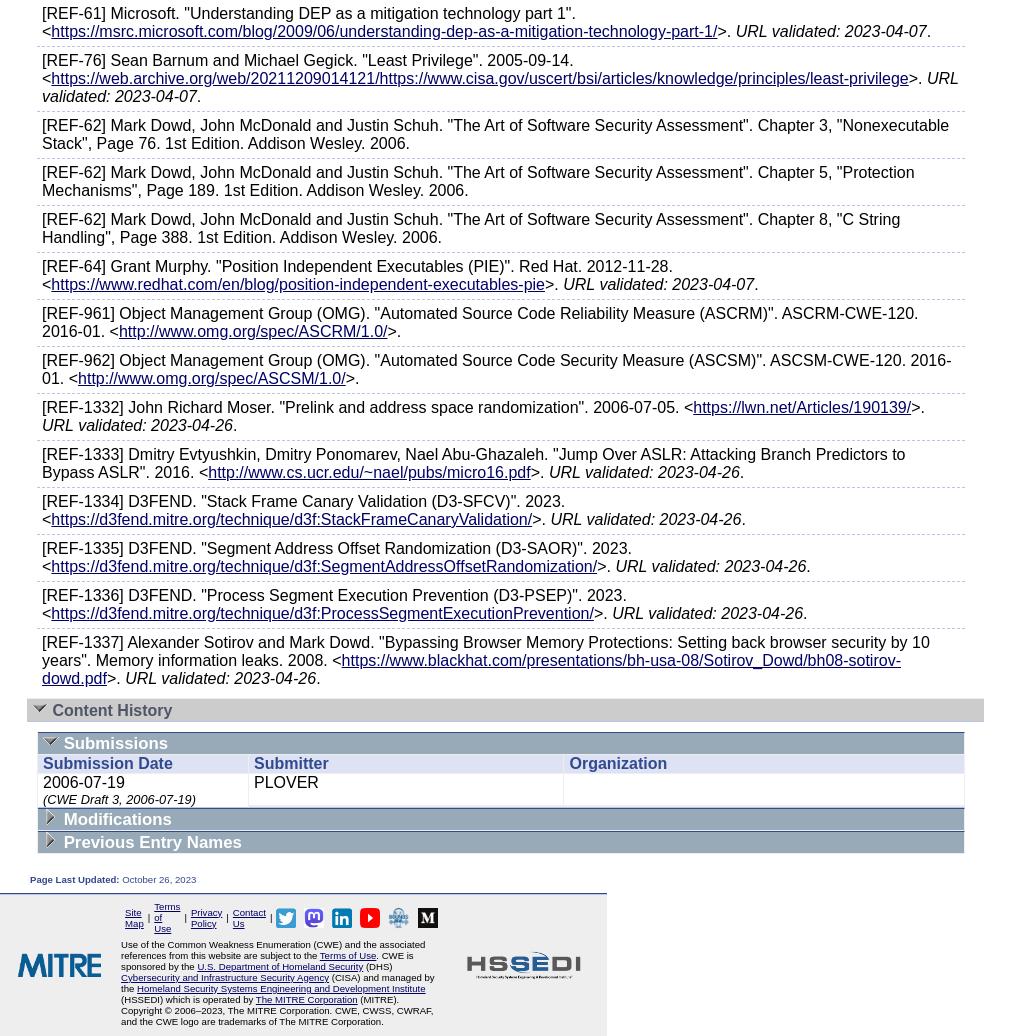 The image size is (1020, 1036). Describe the element at coordinates (471, 228) in the screenshot. I see `'[REF-62] Mark Dowd, John McDonald
							and Justin Schuh. "The Art of Software Security Assessment". Chapter 8, "C String Handling", Page 388. 1st Edition. Addison Wesley. 2006.'` at that location.